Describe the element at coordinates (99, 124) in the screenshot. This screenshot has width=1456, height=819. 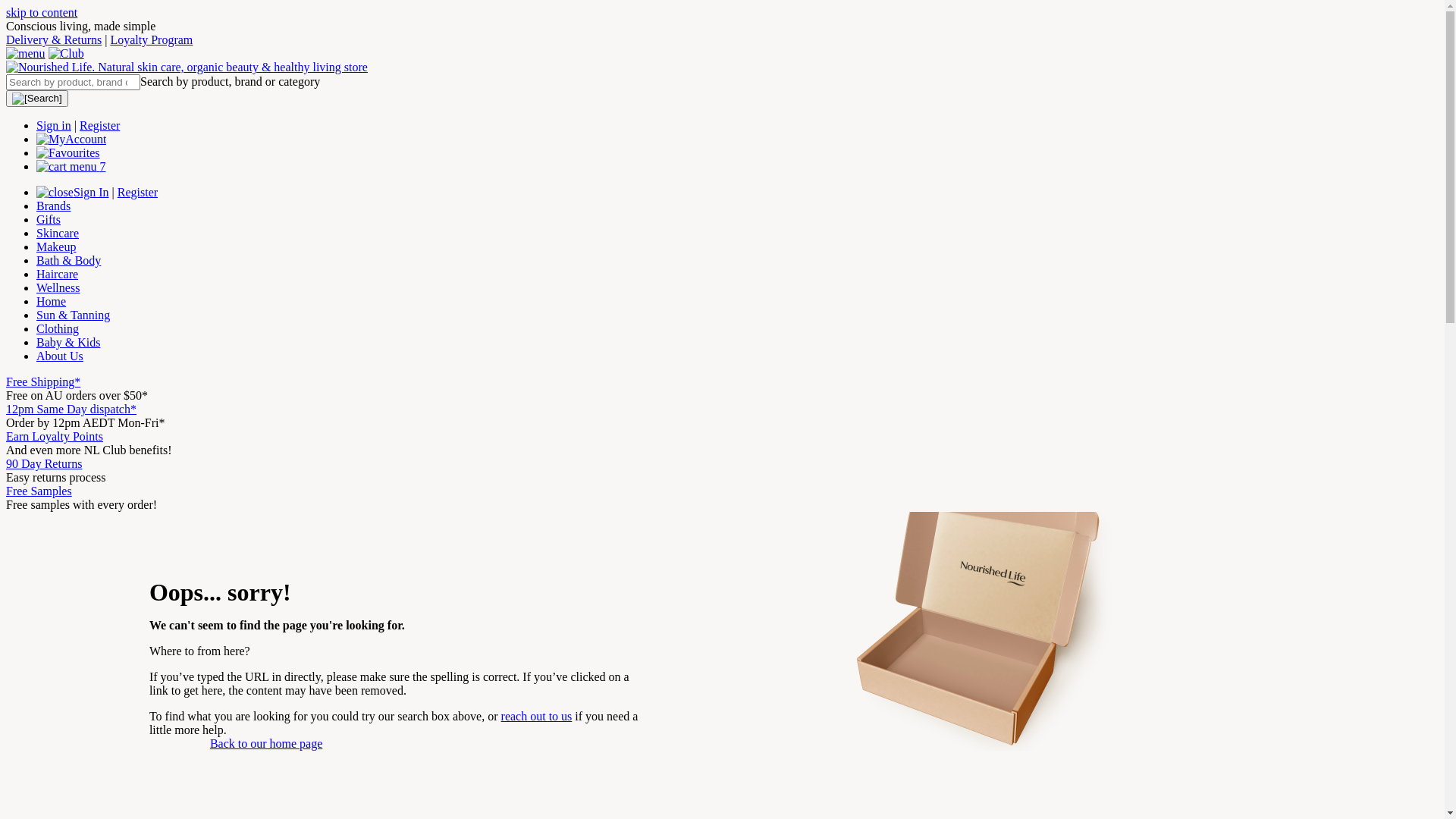
I see `'Register'` at that location.